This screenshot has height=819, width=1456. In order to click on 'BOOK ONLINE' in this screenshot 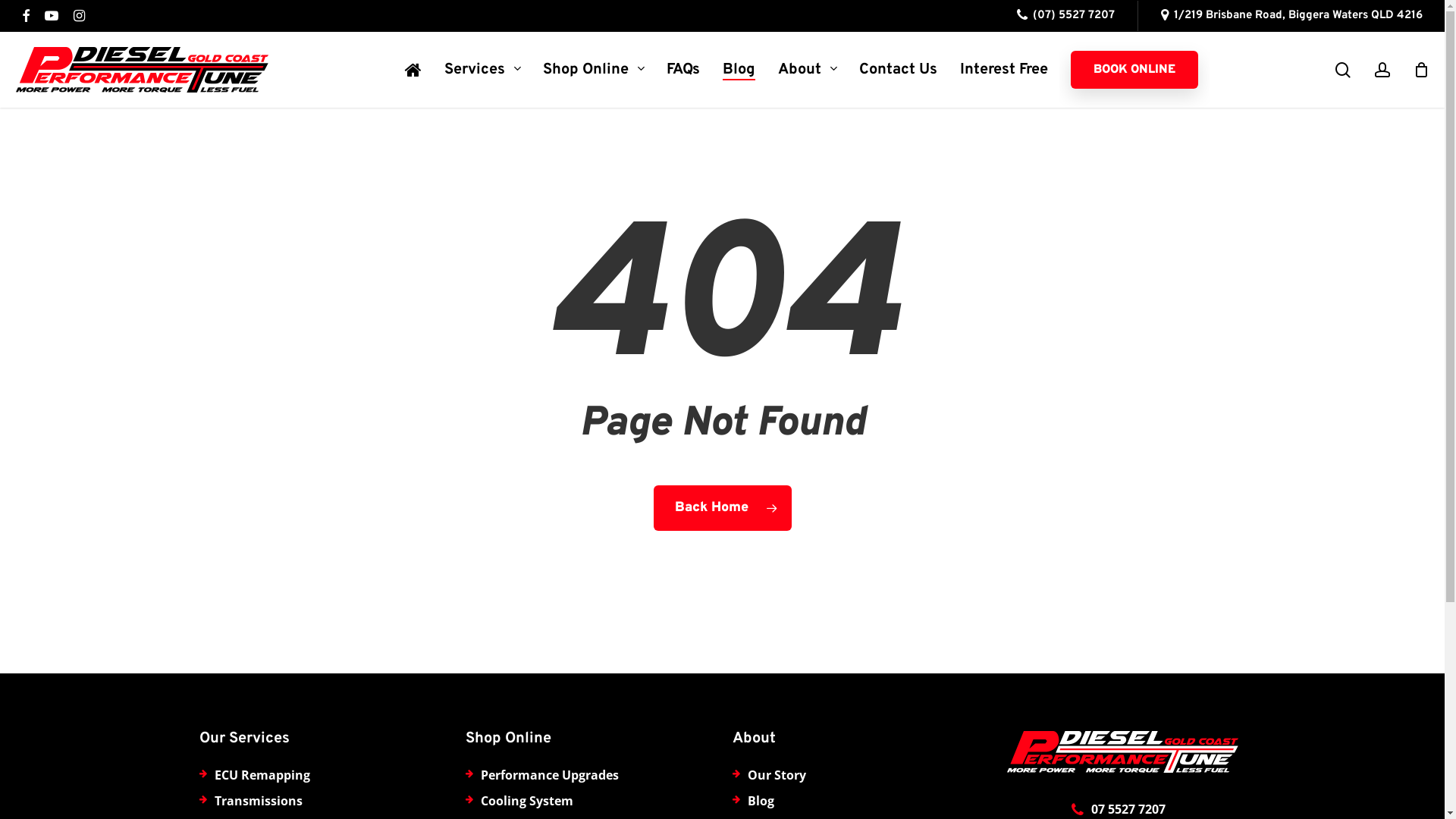, I will do `click(1069, 70)`.